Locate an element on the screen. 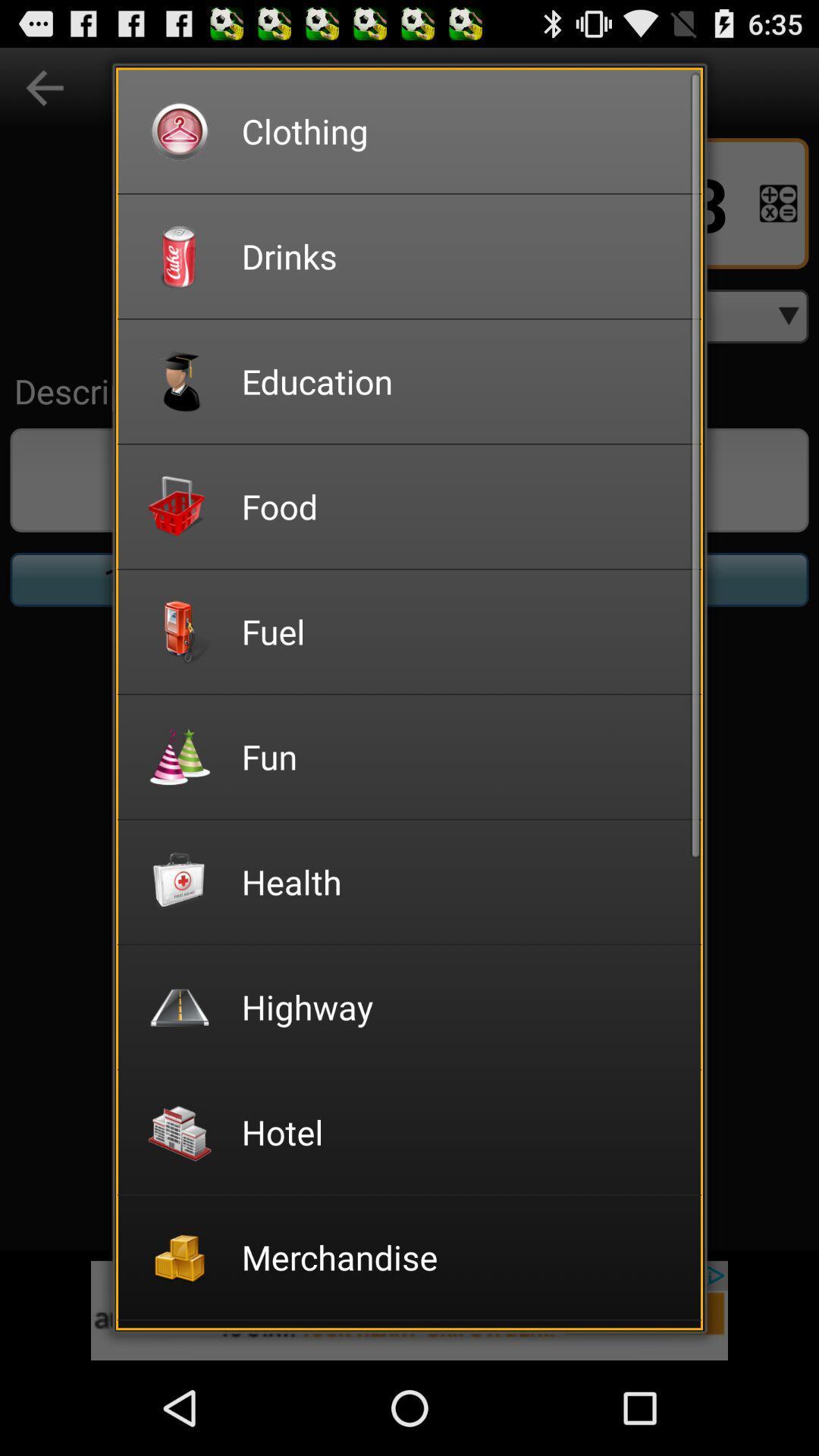  the fun item is located at coordinates (460, 756).